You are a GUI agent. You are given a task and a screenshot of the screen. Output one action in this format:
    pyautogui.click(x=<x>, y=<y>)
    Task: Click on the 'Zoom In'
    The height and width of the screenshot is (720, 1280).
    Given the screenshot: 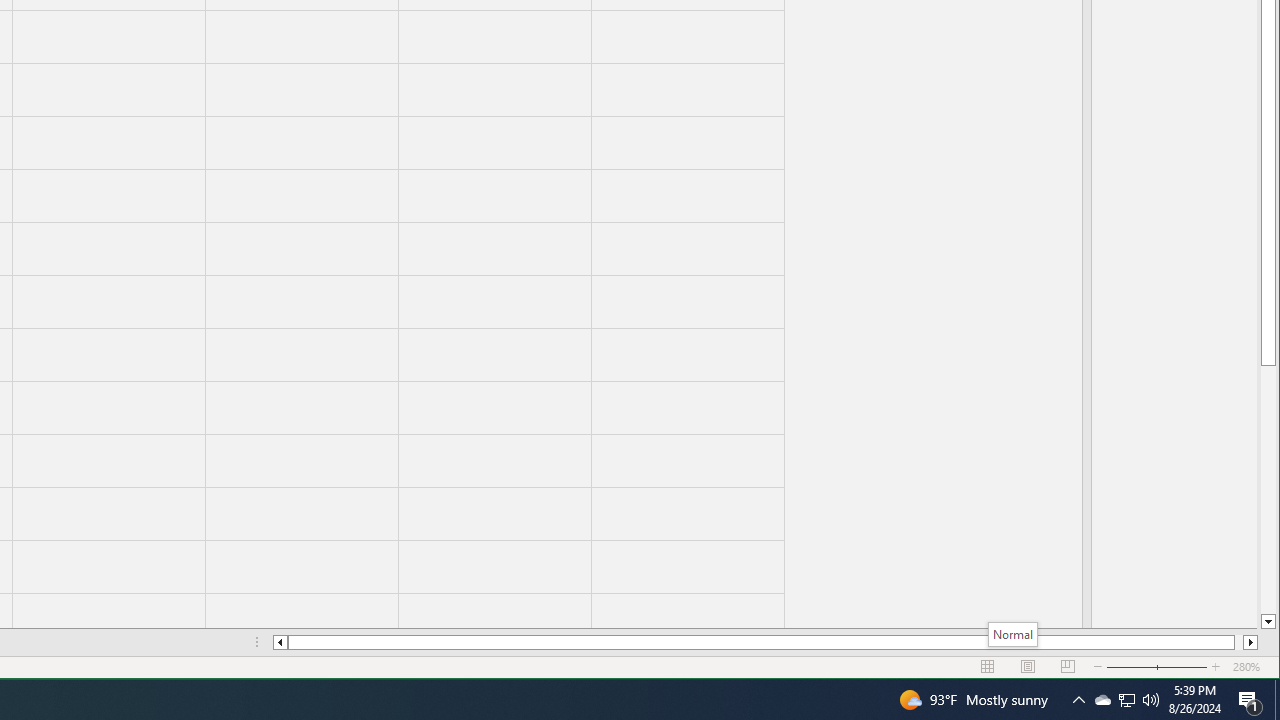 What is the action you would take?
    pyautogui.click(x=1215, y=667)
    